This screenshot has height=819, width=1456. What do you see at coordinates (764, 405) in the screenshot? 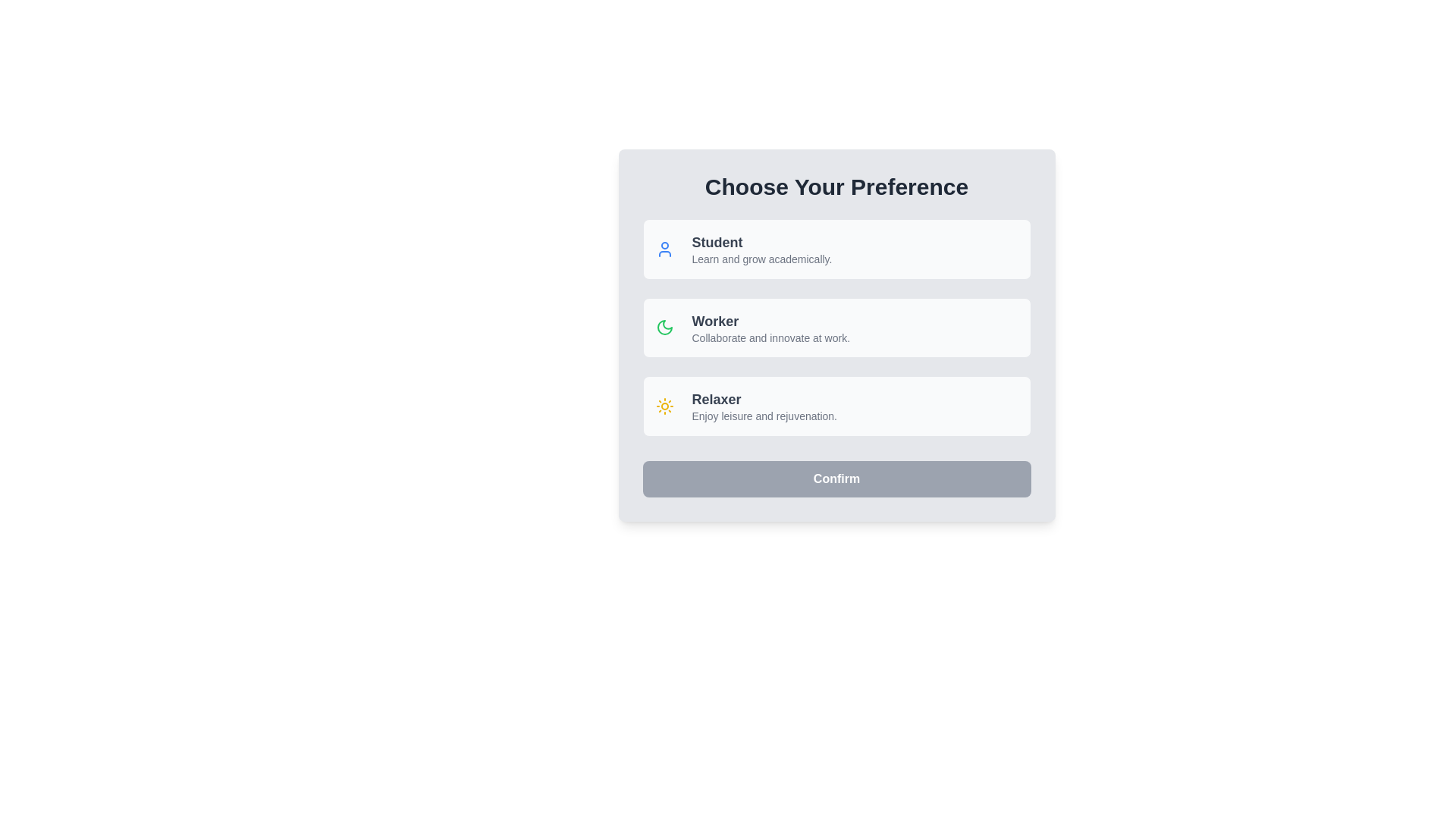
I see `the selectable option for a relaxing lifestyle choice, positioned as the third option in the vertical list, for accessibility navigation` at bounding box center [764, 405].